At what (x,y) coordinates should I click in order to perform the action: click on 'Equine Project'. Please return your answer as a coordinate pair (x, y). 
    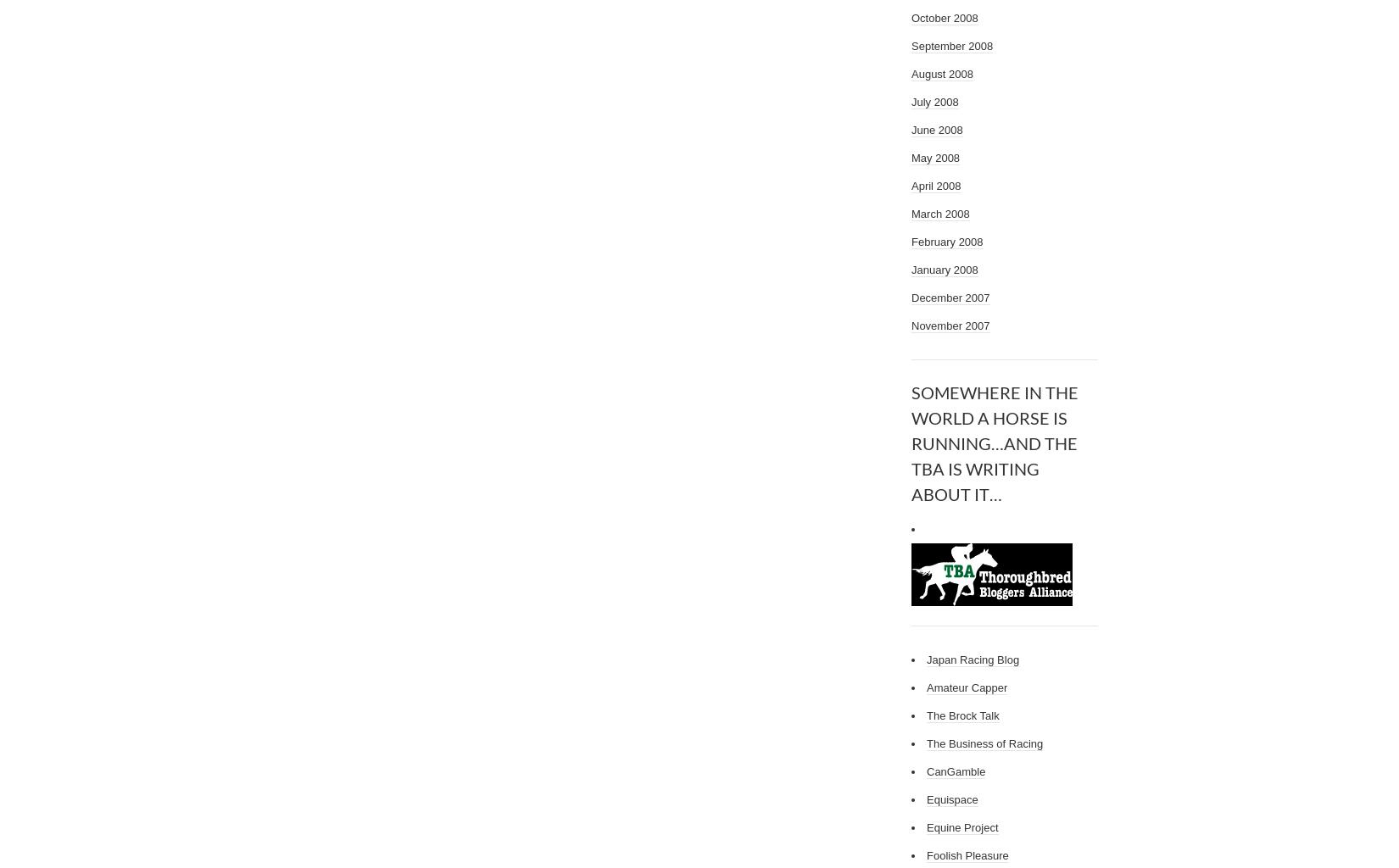
    Looking at the image, I should click on (962, 827).